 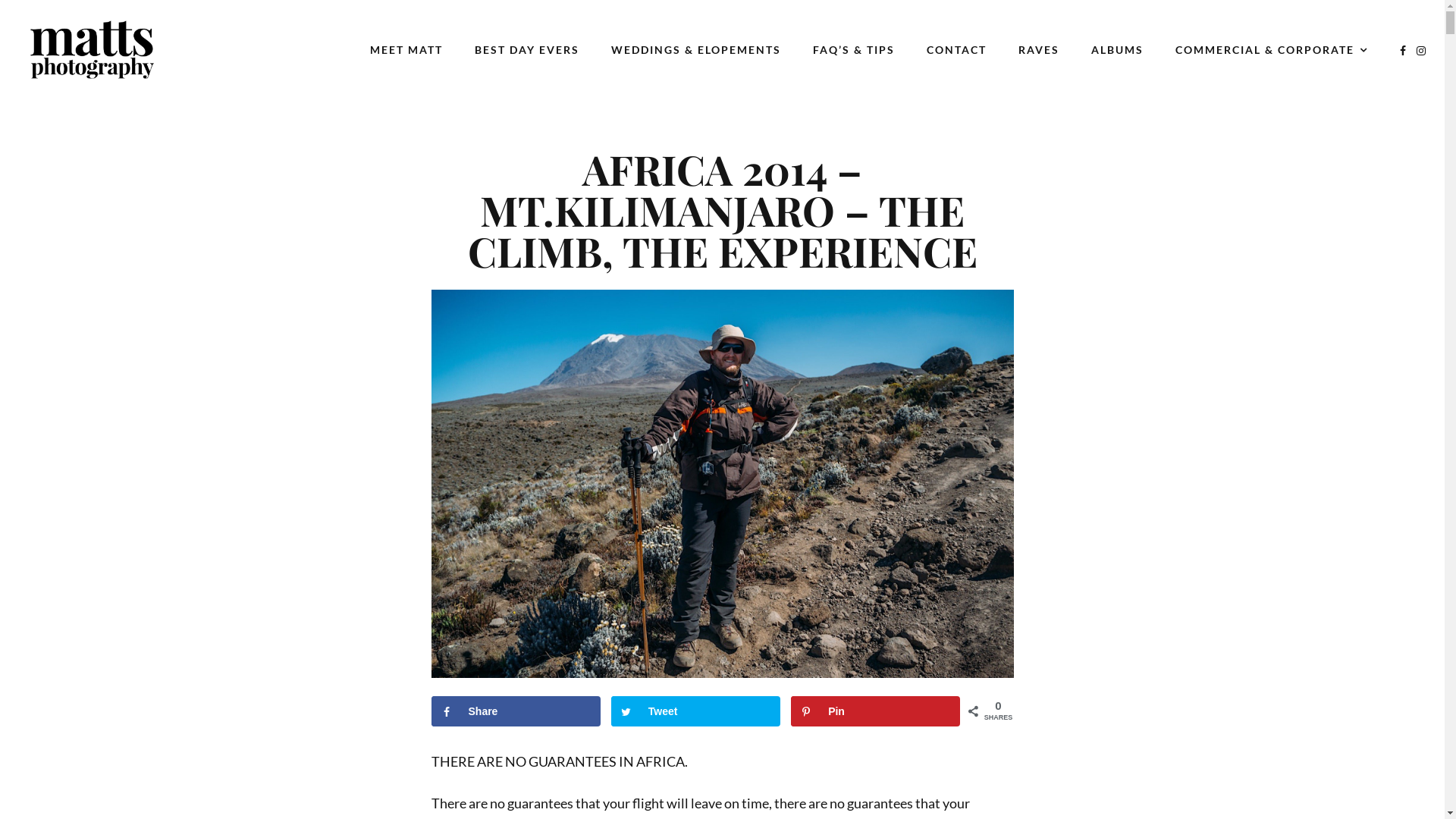 What do you see at coordinates (789, 711) in the screenshot?
I see `'Pin'` at bounding box center [789, 711].